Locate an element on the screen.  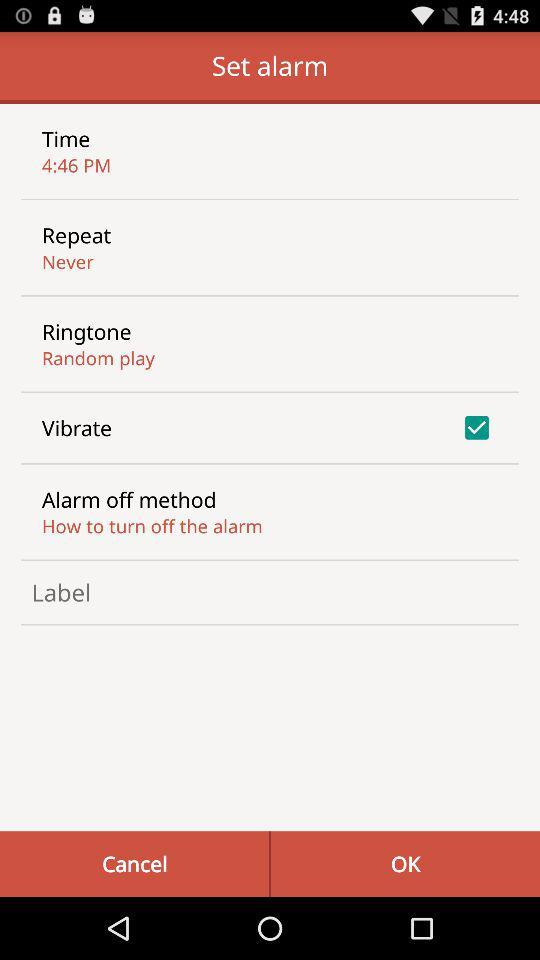
app above repeat is located at coordinates (75, 164).